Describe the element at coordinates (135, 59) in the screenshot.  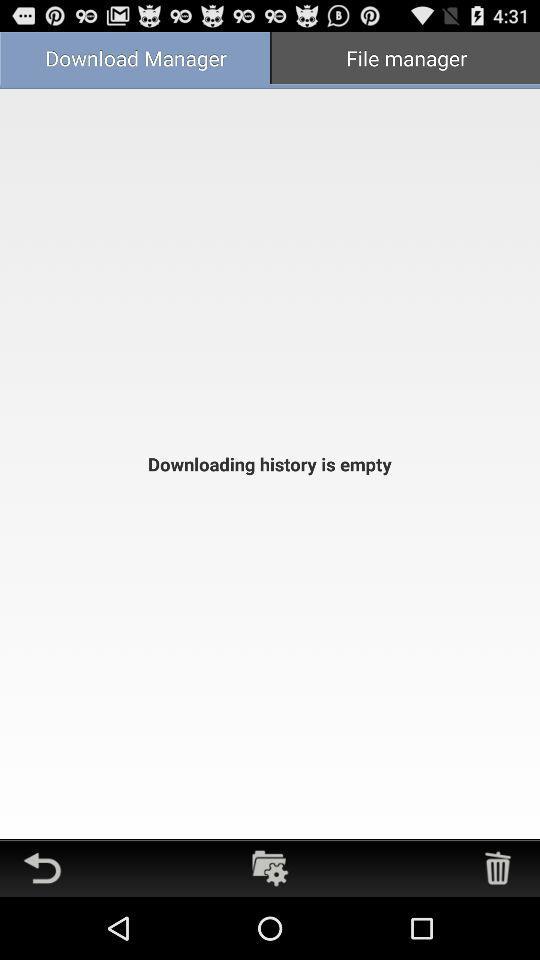
I see `the download manager icon` at that location.